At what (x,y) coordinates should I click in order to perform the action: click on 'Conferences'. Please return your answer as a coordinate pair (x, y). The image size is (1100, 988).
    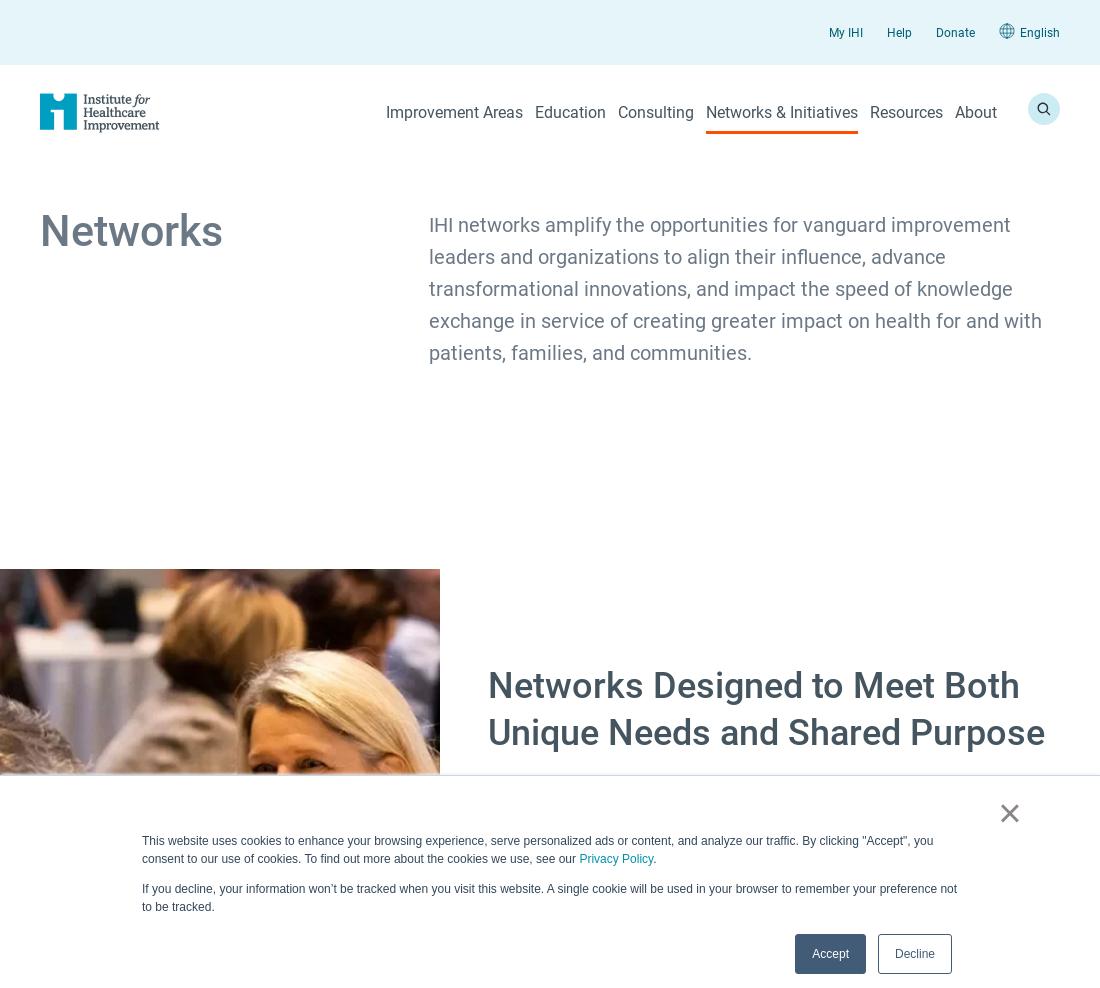
    Looking at the image, I should click on (186, 350).